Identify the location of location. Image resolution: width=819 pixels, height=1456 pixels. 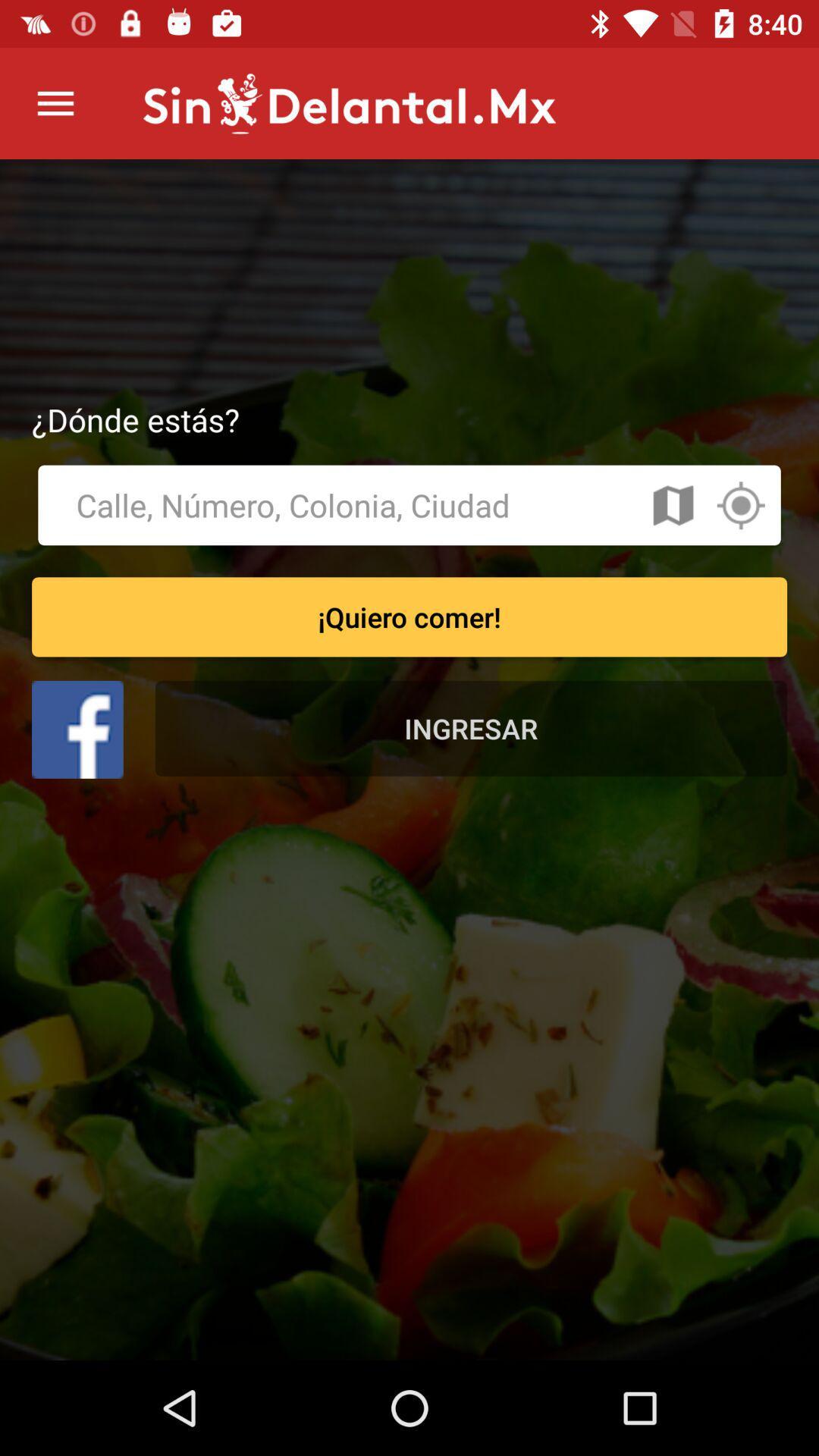
(739, 505).